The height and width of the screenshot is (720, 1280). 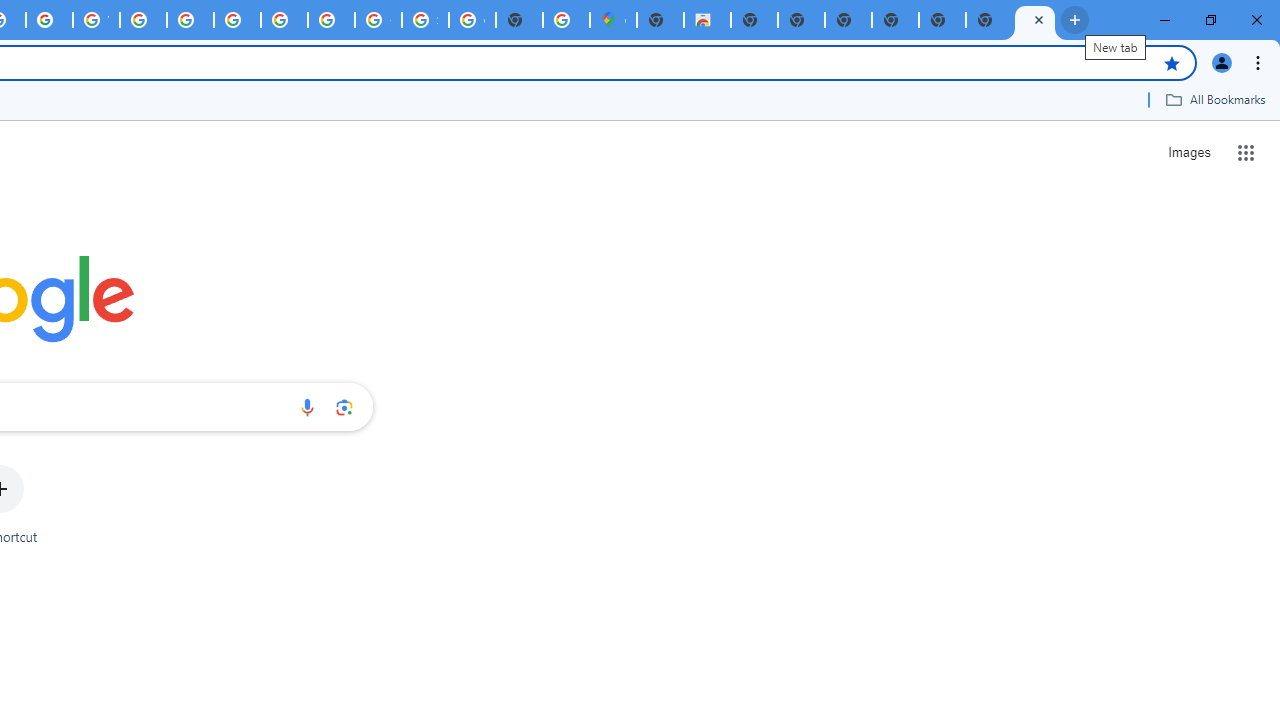 I want to click on 'New Tab', so click(x=1035, y=20).